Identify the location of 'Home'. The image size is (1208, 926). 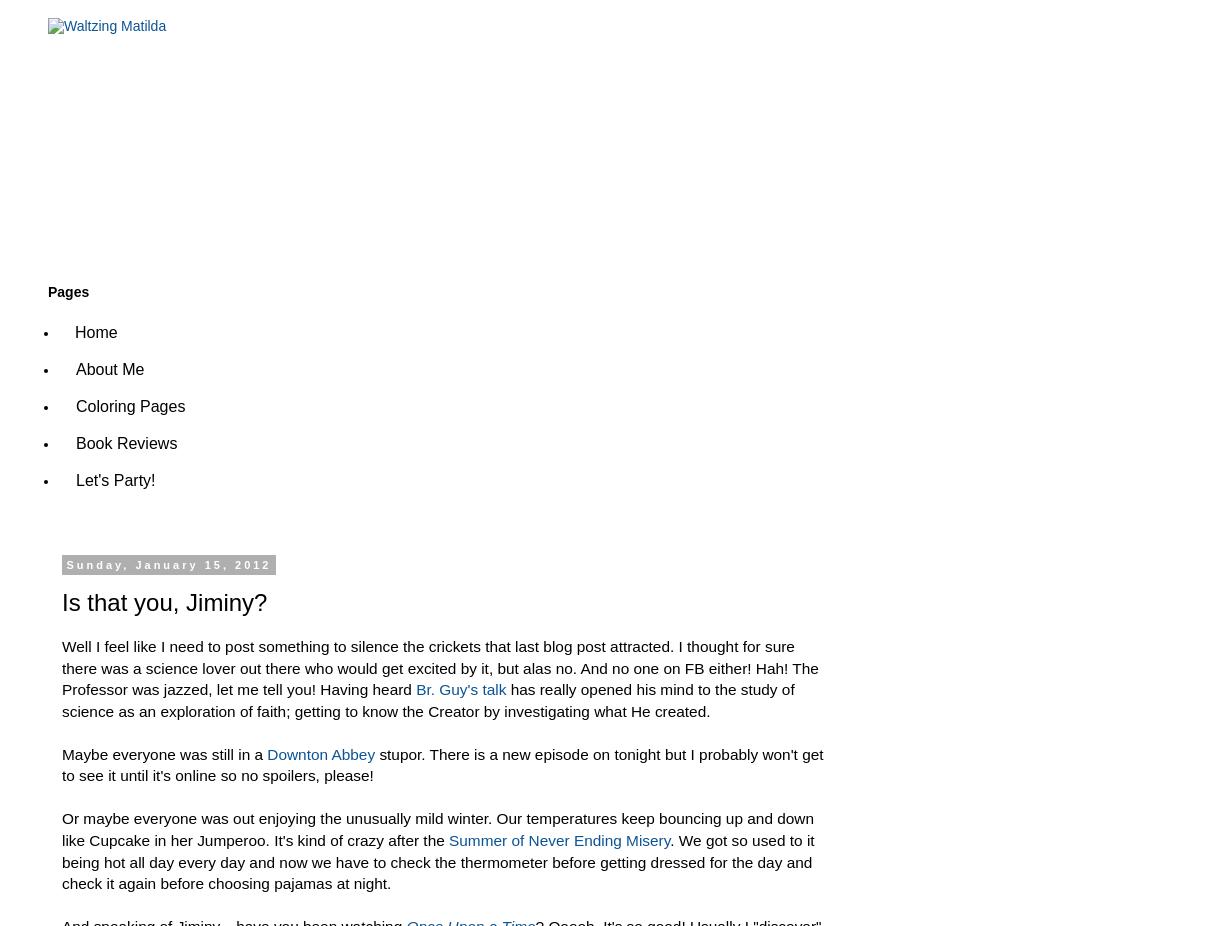
(74, 331).